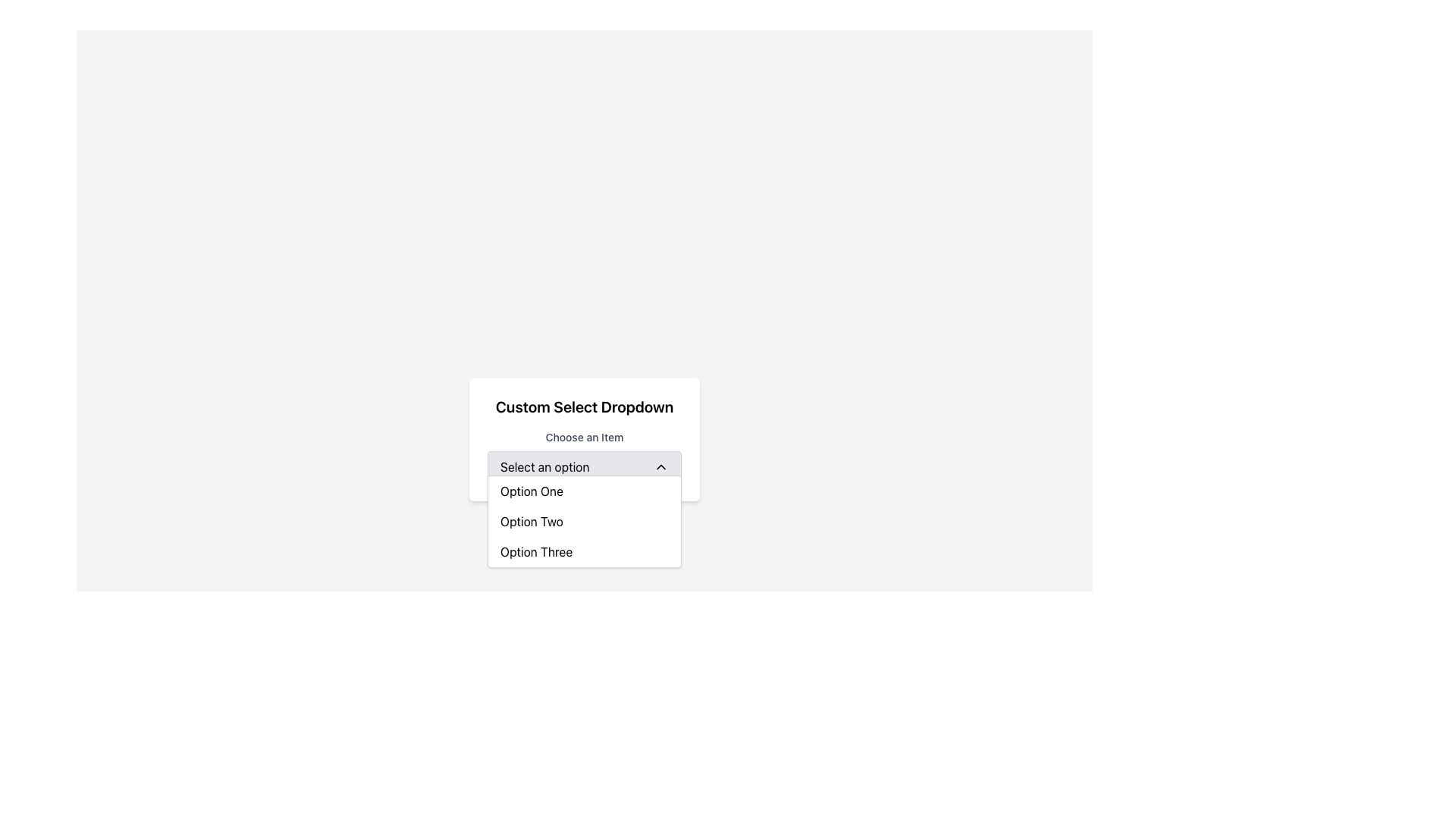  What do you see at coordinates (661, 466) in the screenshot?
I see `the upward-pointing chevron icon button located at the top-right corner of the 'Select an option' dropdown` at bounding box center [661, 466].